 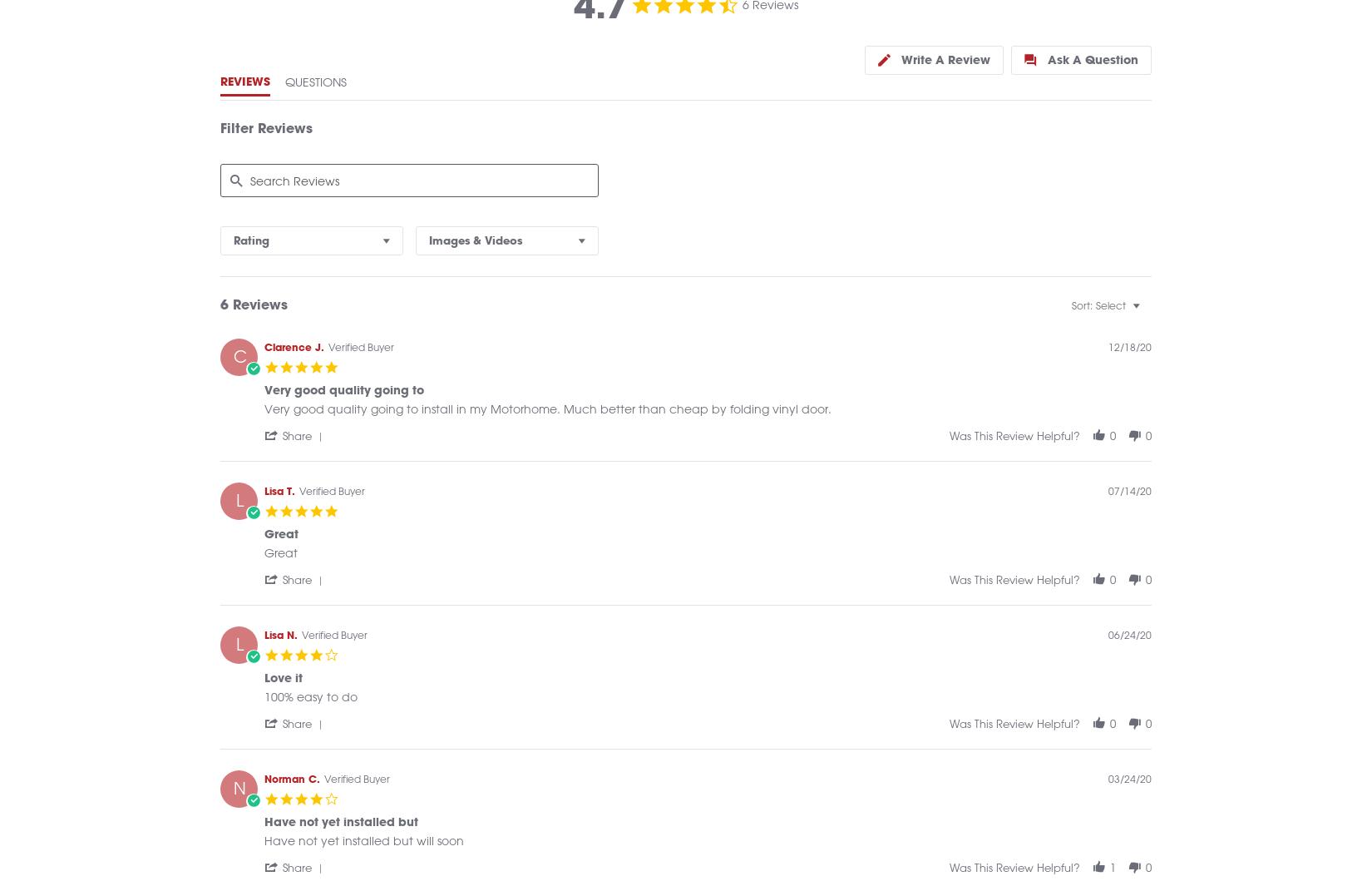 What do you see at coordinates (547, 426) in the screenshot?
I see `'Very good quality going to install in my Motorhome. Much better than cheap by folding vinyl door.'` at bounding box center [547, 426].